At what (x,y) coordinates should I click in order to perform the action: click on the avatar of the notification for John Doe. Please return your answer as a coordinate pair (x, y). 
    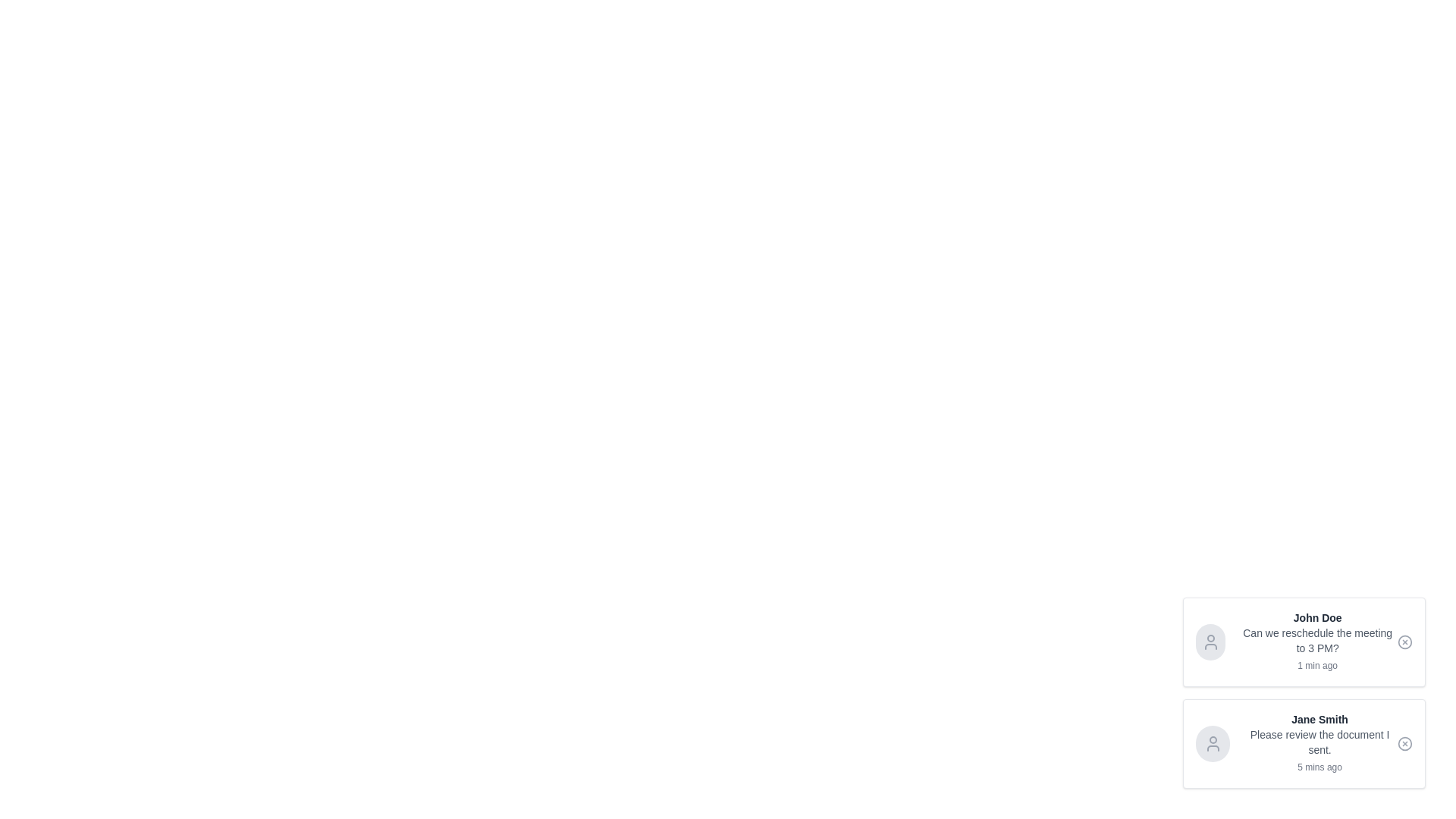
    Looking at the image, I should click on (1210, 642).